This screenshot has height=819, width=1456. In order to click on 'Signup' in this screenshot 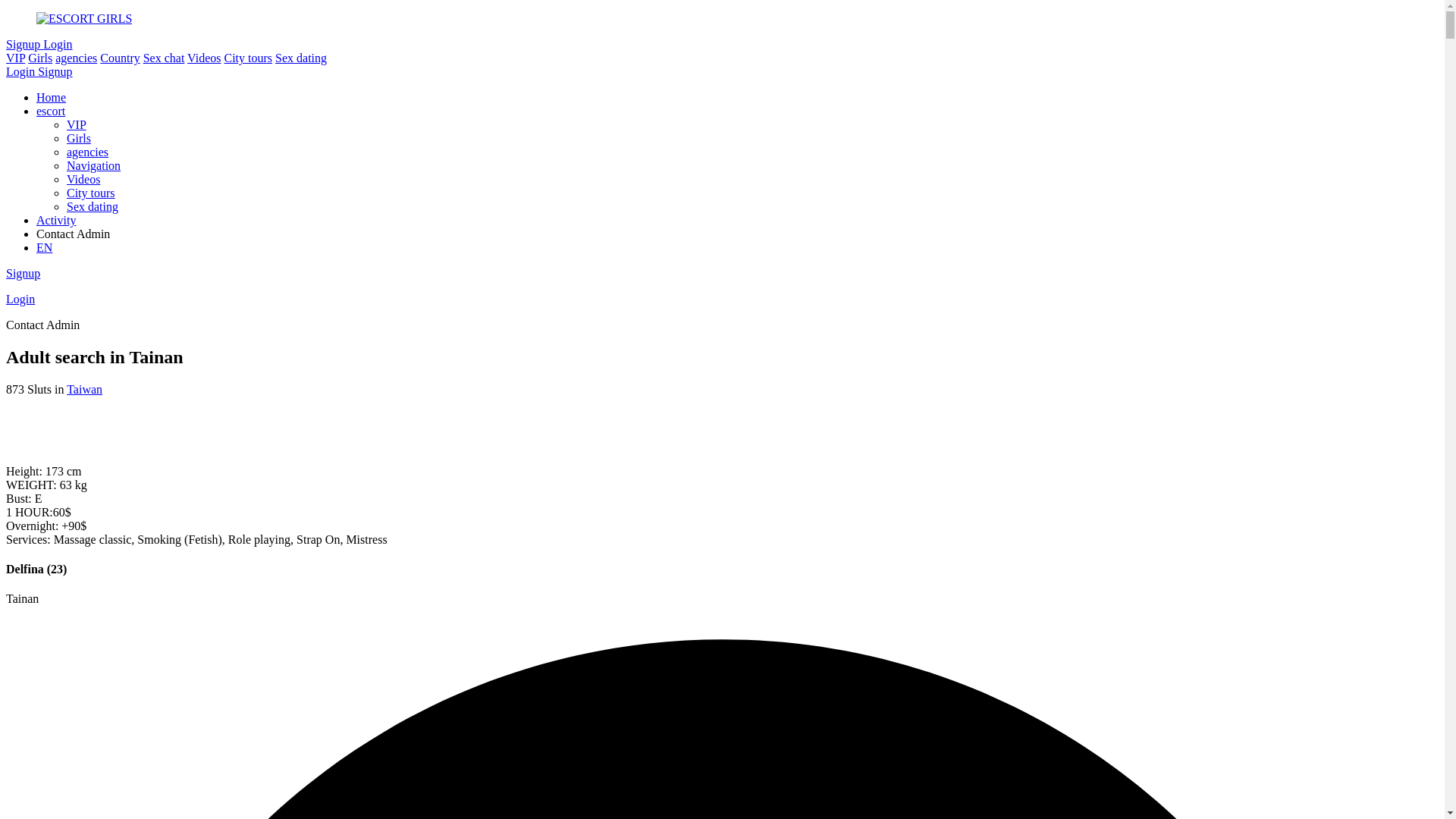, I will do `click(55, 71)`.